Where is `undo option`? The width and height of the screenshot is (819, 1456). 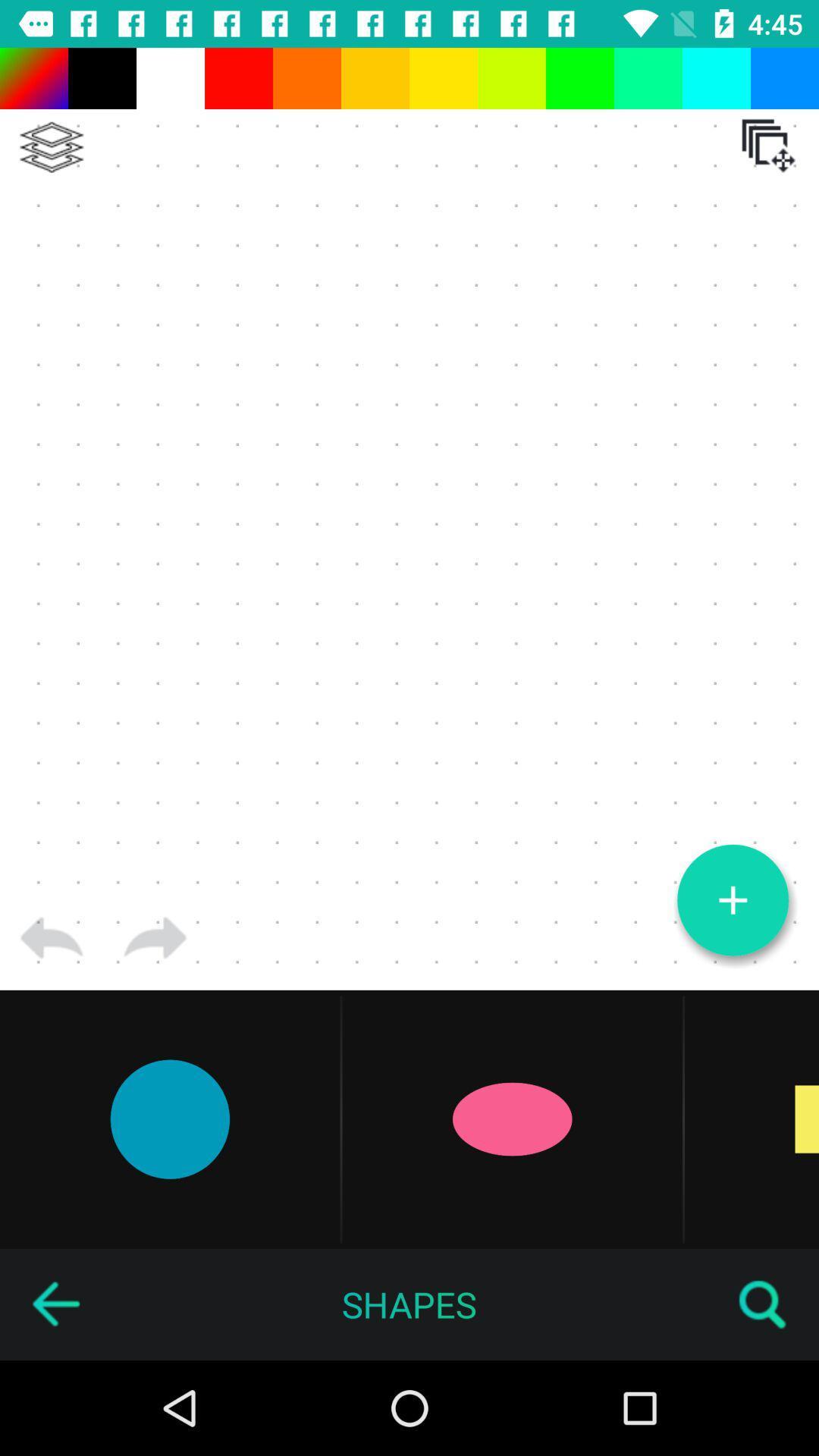
undo option is located at coordinates (51, 937).